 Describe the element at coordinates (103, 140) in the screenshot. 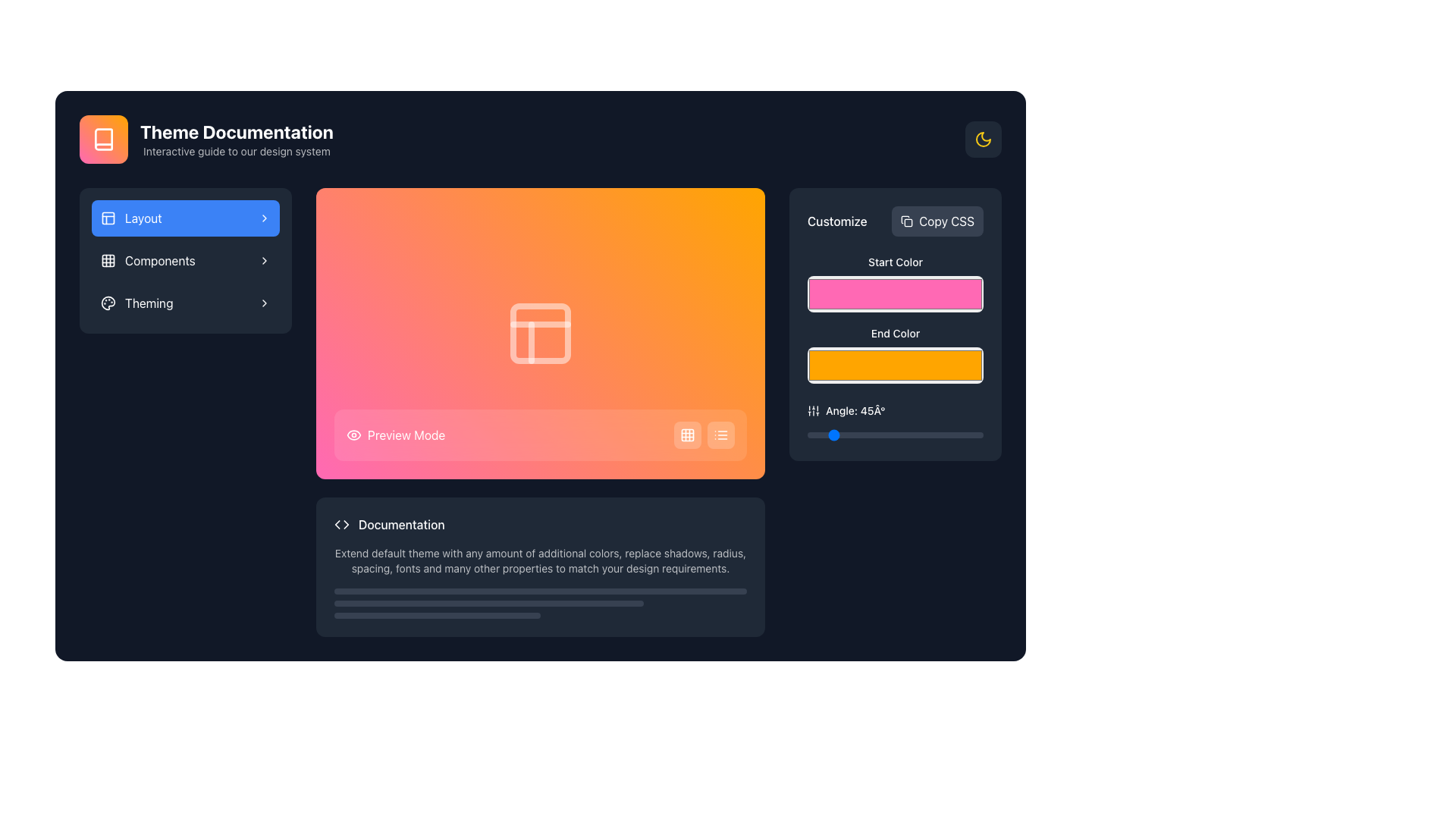

I see `the book icon logo, which is a decorative vector graphic located in the top-left section of the interface` at that location.